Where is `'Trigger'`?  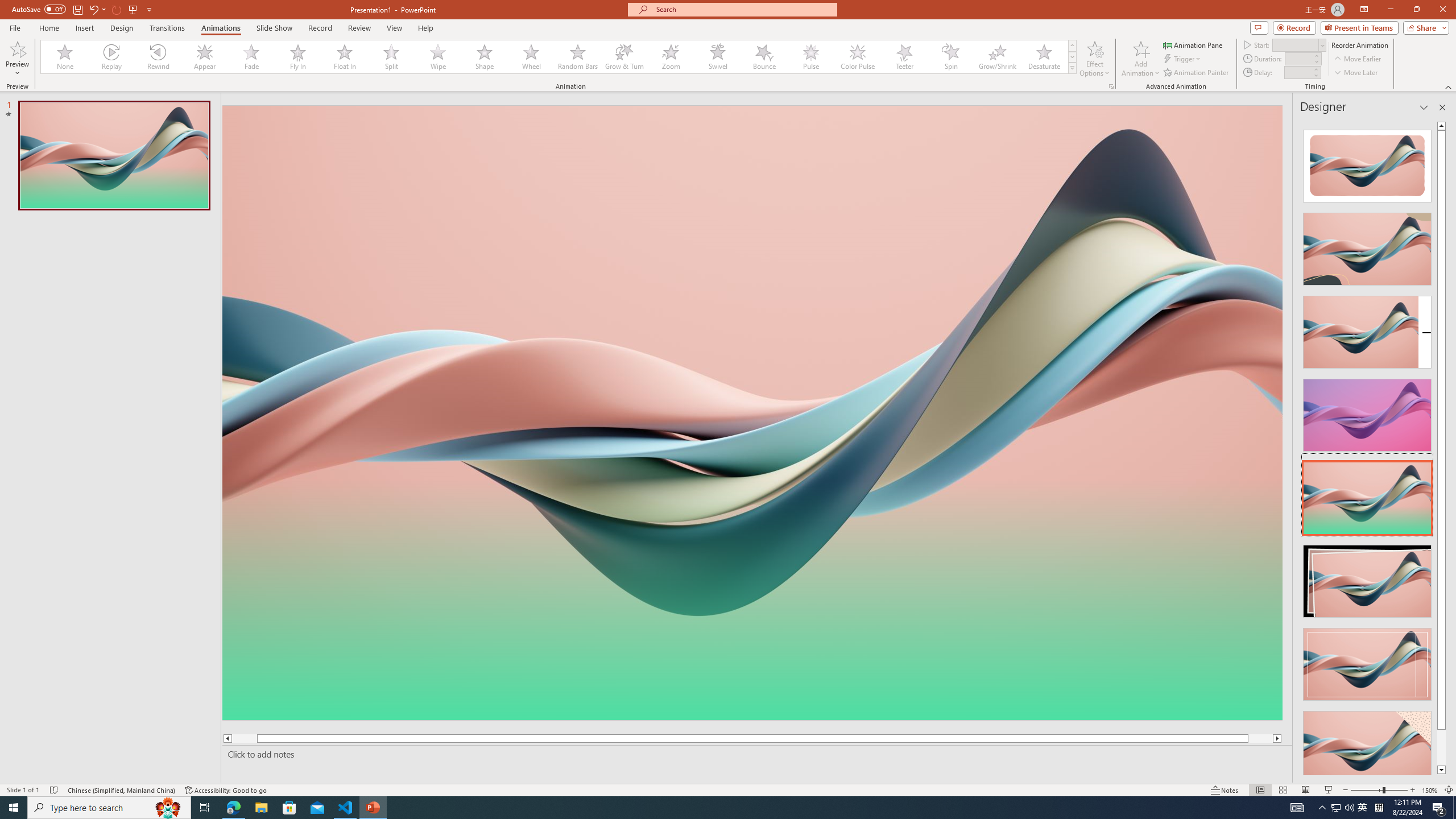 'Trigger' is located at coordinates (1182, 59).